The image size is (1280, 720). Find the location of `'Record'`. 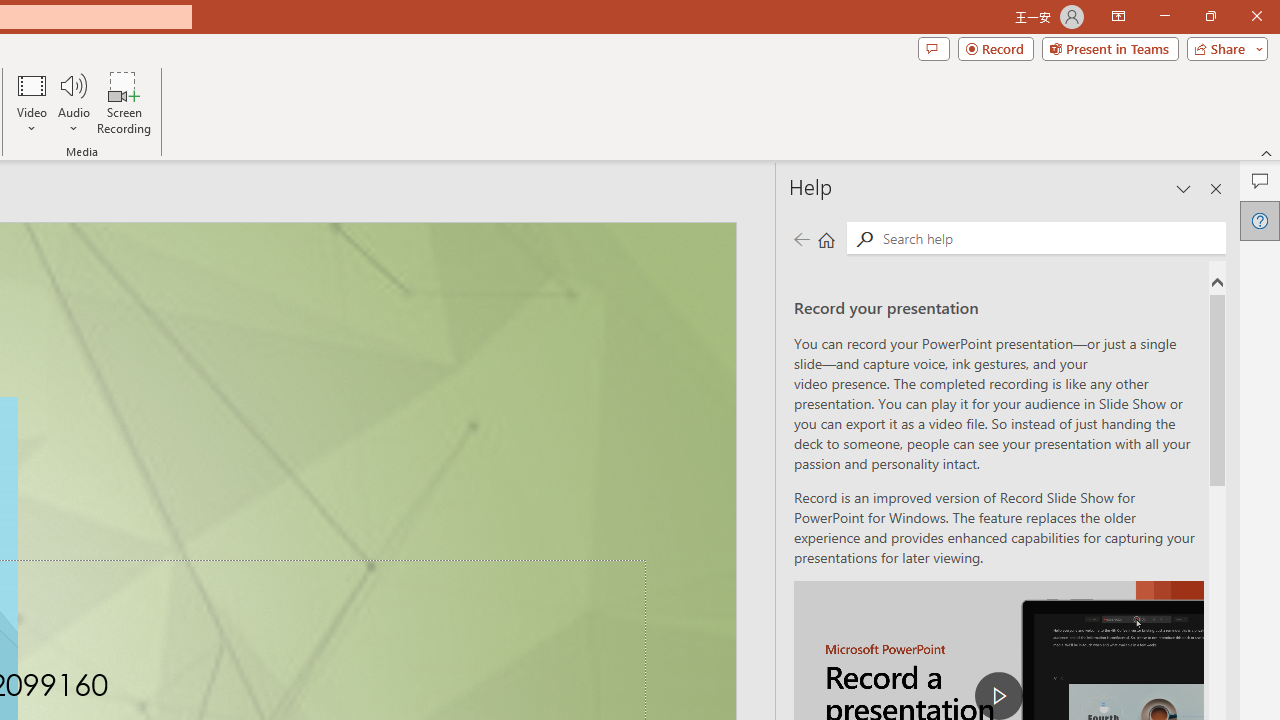

'Record' is located at coordinates (995, 47).